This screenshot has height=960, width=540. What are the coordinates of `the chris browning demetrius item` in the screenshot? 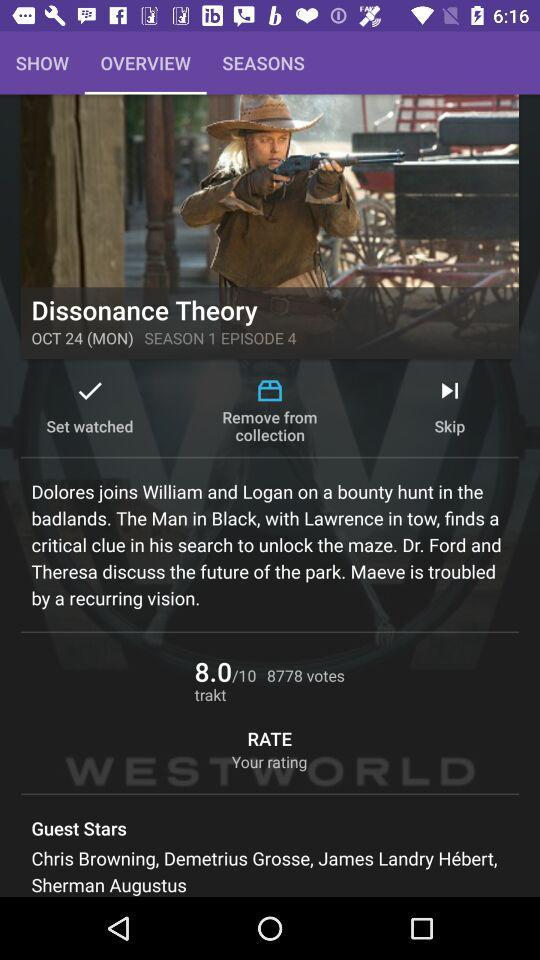 It's located at (270, 870).